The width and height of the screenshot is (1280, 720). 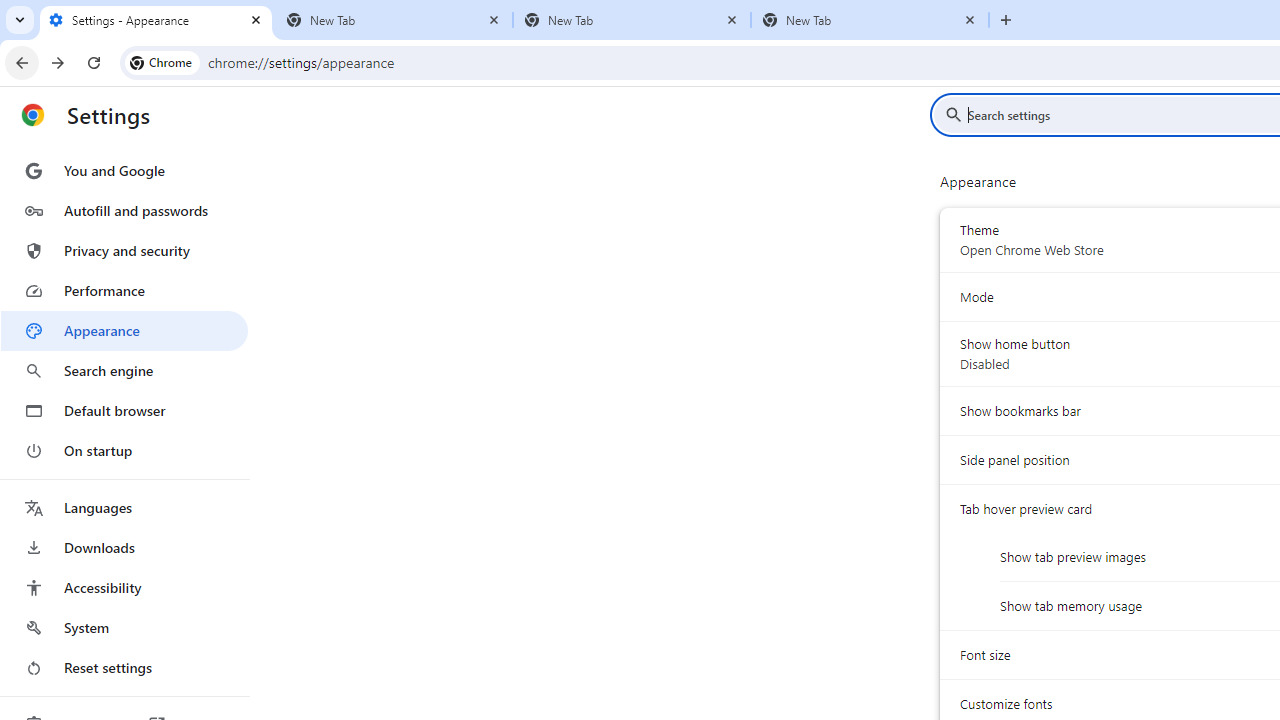 I want to click on 'Autofill and passwords', so click(x=123, y=210).